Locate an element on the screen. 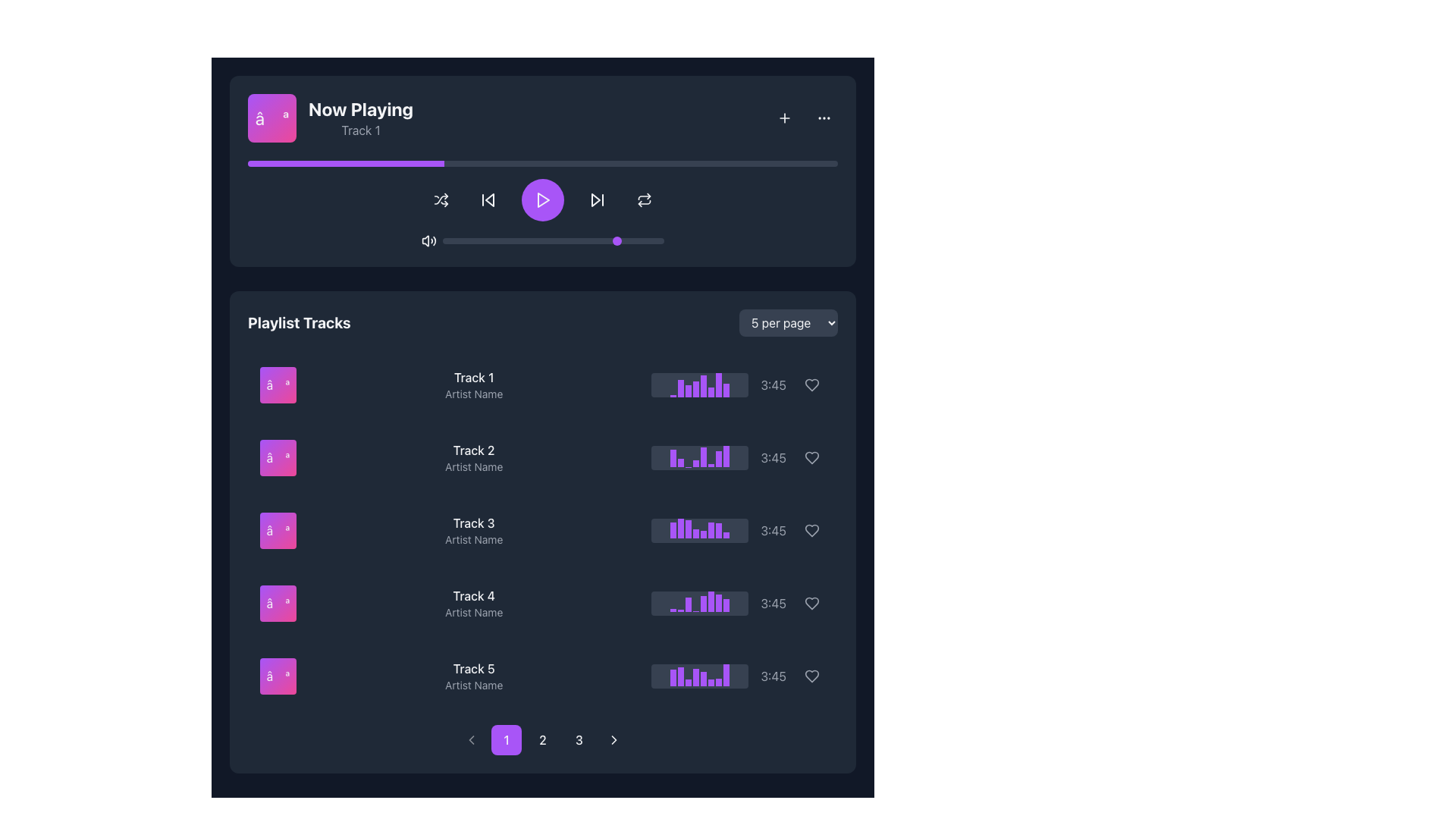 This screenshot has height=819, width=1456. the fifth bar in the audio visualization area, which serves as a visual indicator of the track's volume or amplitude is located at coordinates (703, 678).